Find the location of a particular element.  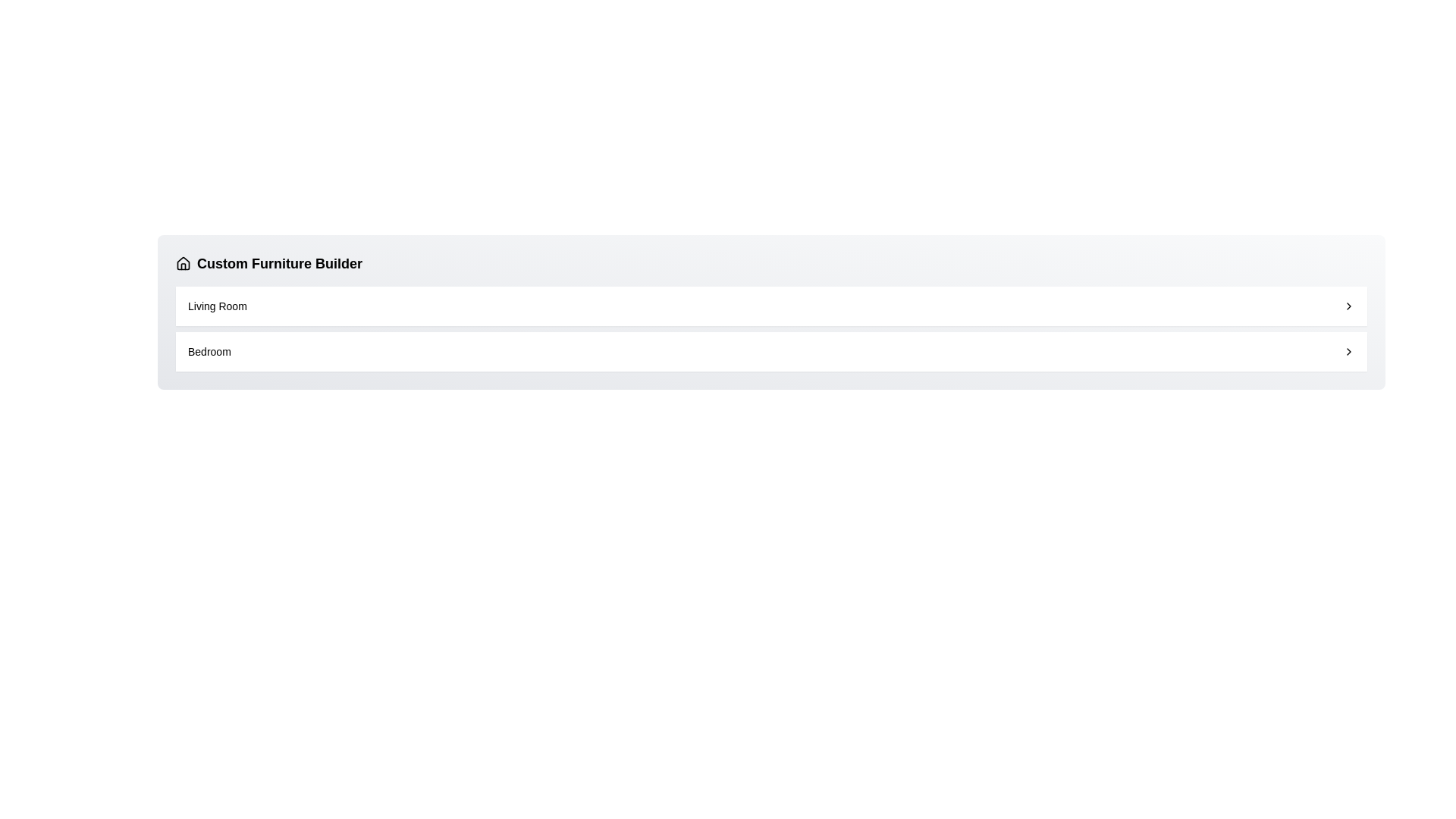

the Chevron icon on the far-right side of the 'Bedroom' row is located at coordinates (1349, 351).